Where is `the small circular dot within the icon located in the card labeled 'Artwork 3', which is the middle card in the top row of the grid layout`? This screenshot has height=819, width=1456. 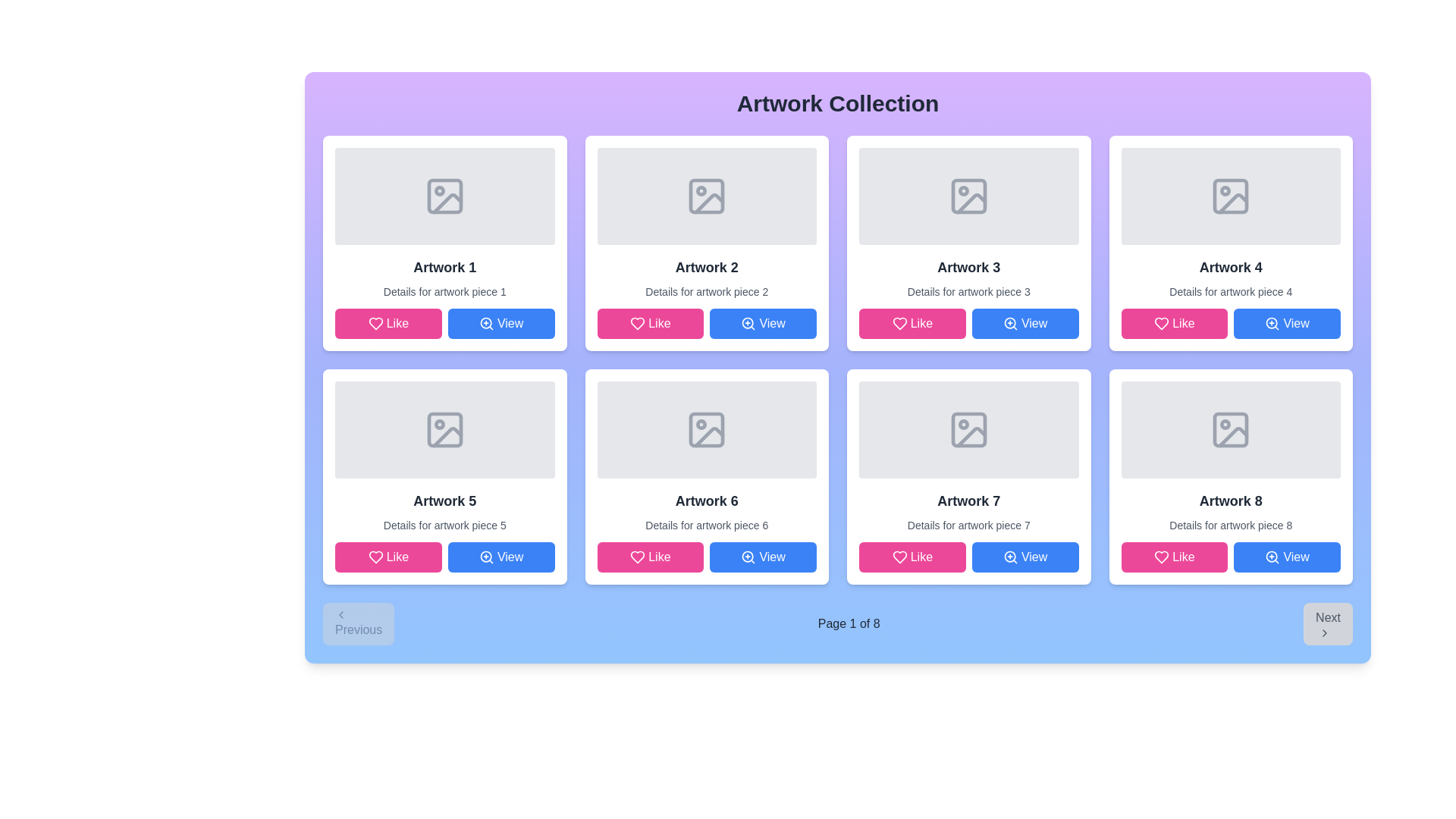 the small circular dot within the icon located in the card labeled 'Artwork 3', which is the middle card in the top row of the grid layout is located at coordinates (962, 190).